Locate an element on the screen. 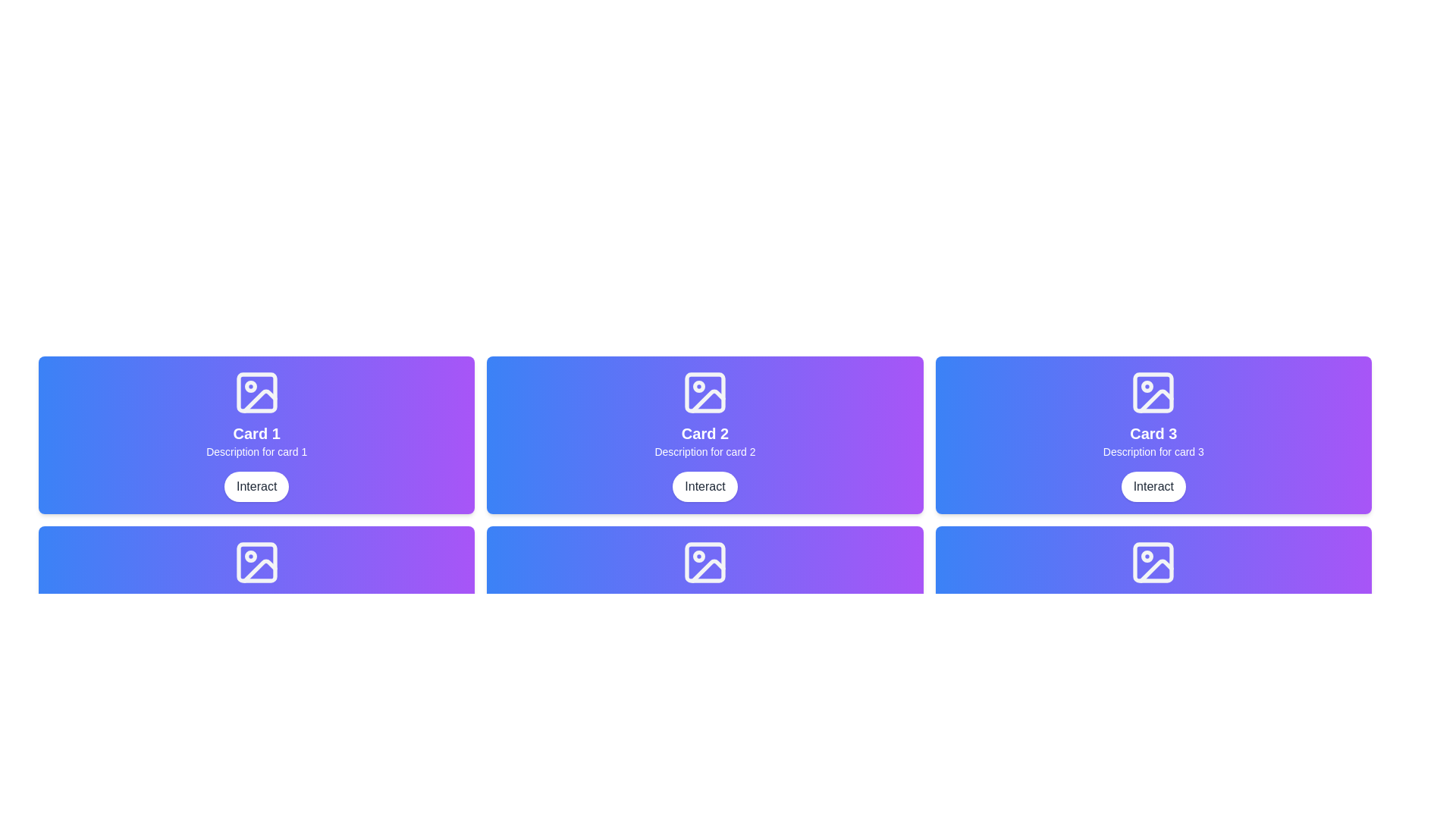  the icon represented by a rectangular frame with a stylized picture and a small circular shape at the top-left corner, located on the gradient blue-to-purple background in the top section of the rightmost card in the top row is located at coordinates (1153, 391).